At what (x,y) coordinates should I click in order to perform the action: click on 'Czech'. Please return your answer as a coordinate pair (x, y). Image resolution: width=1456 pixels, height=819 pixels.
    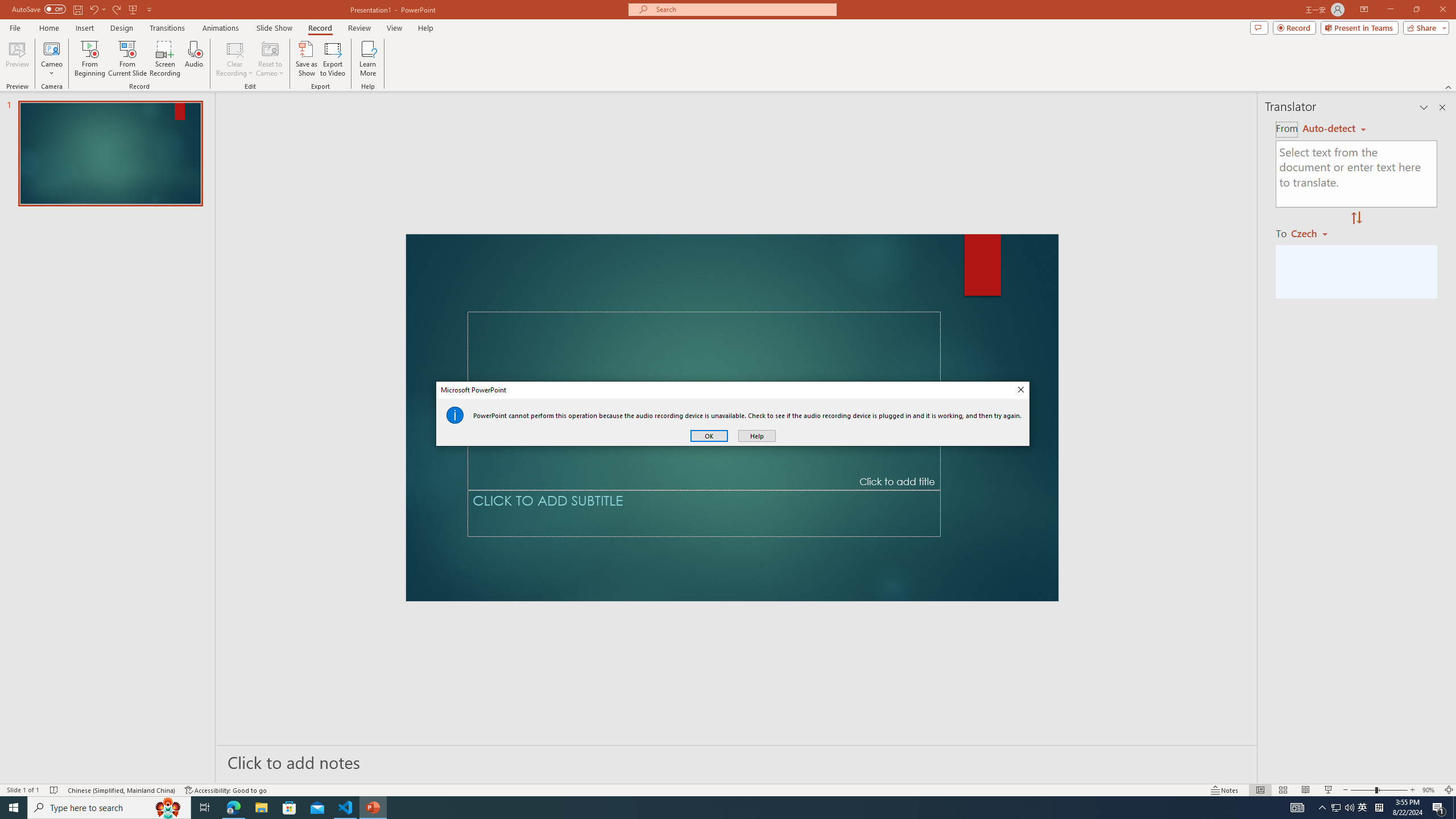
    Looking at the image, I should click on (1314, 233).